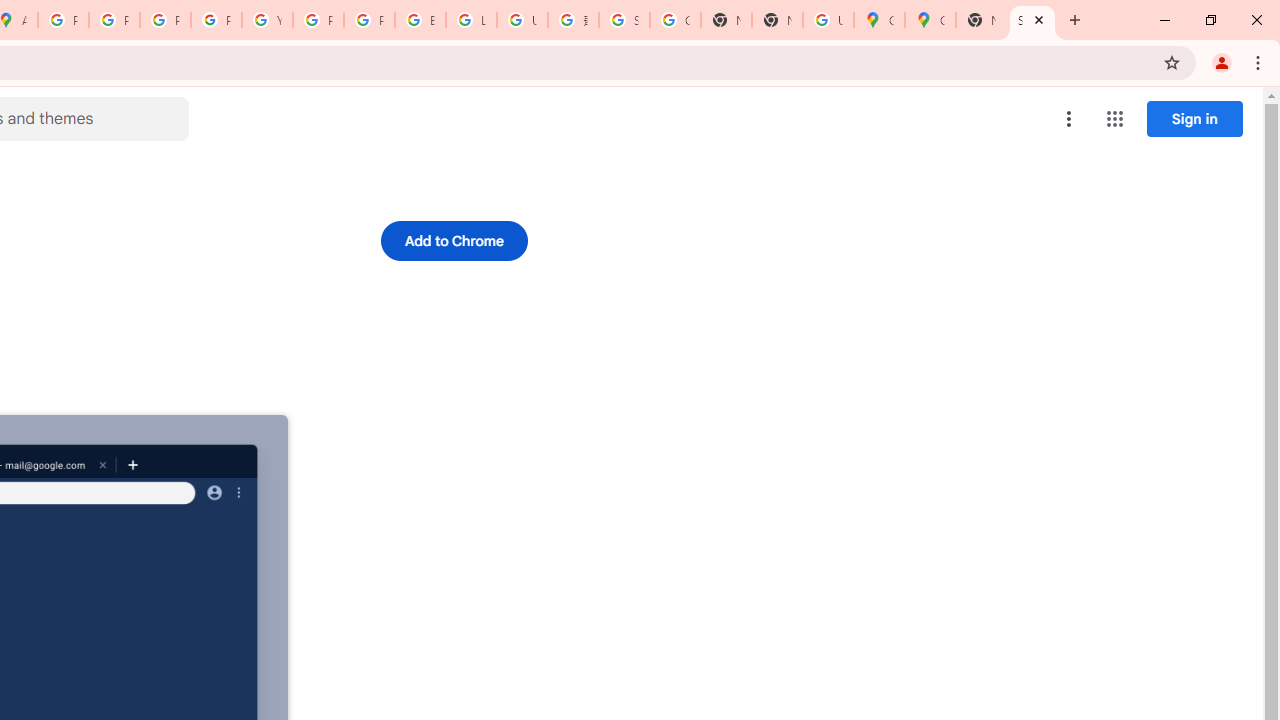  What do you see at coordinates (266, 20) in the screenshot?
I see `'YouTube'` at bounding box center [266, 20].